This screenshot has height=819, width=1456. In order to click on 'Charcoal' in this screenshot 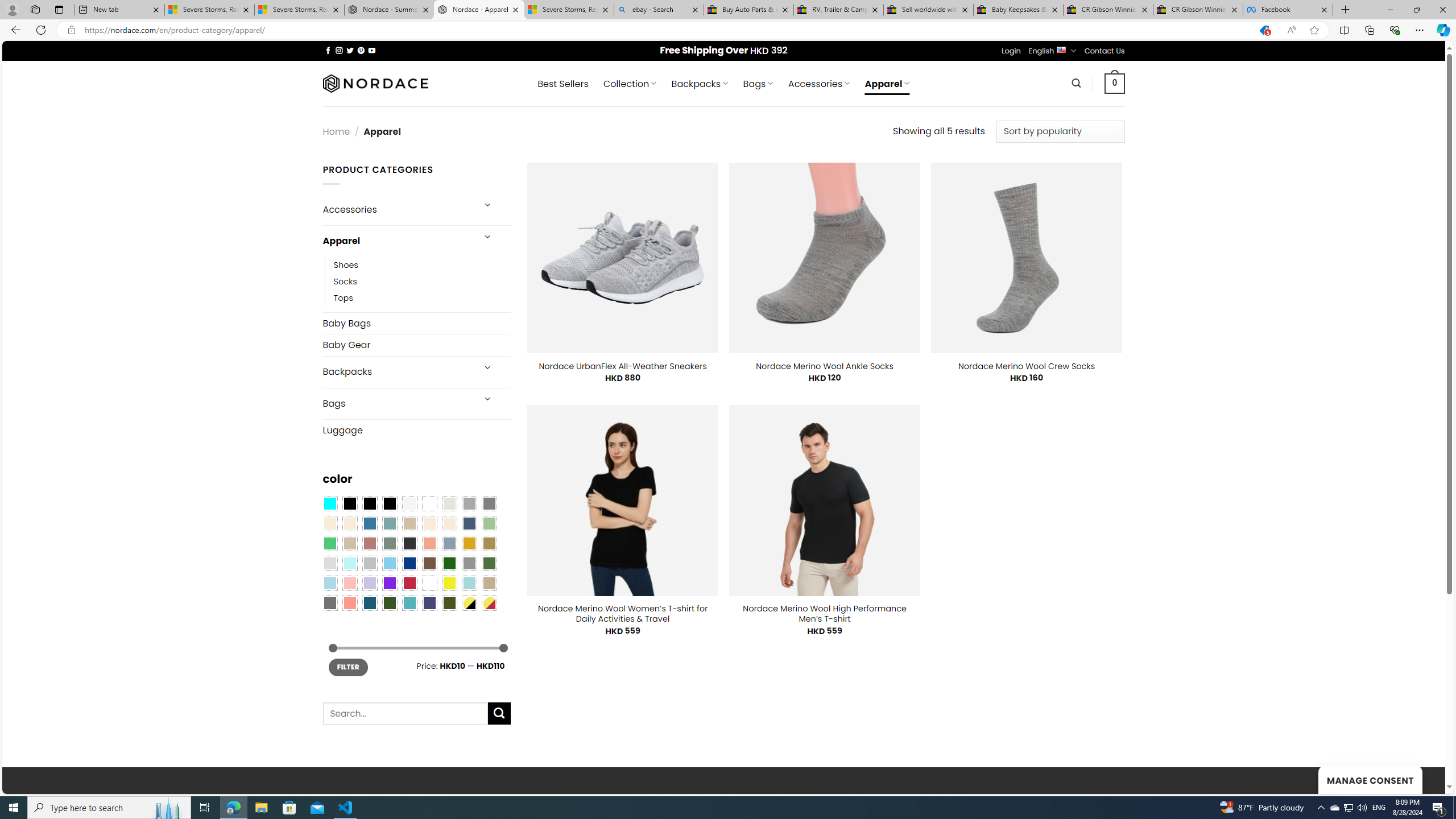, I will do `click(408, 542)`.